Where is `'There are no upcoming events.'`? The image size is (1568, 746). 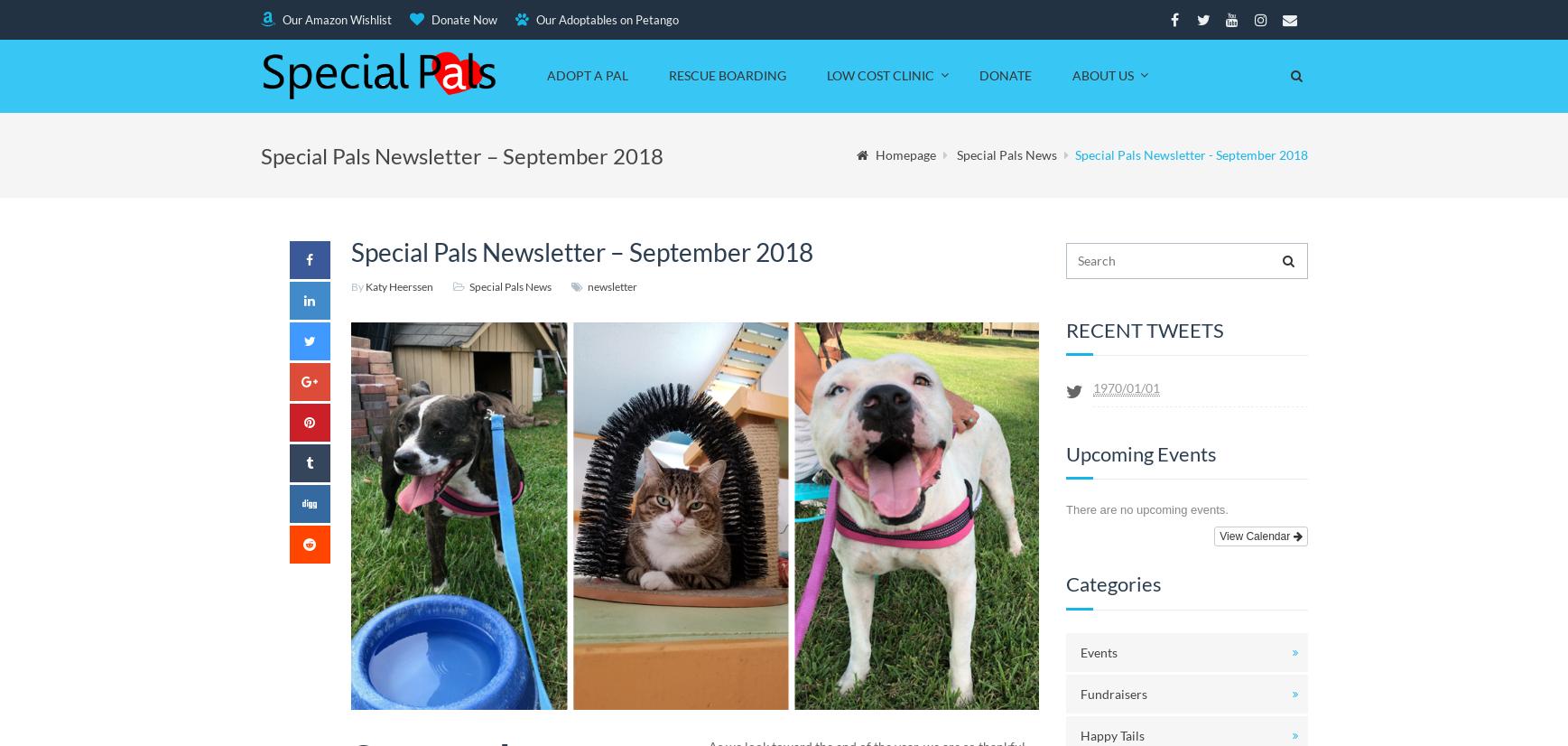
'There are no upcoming events.' is located at coordinates (1146, 508).